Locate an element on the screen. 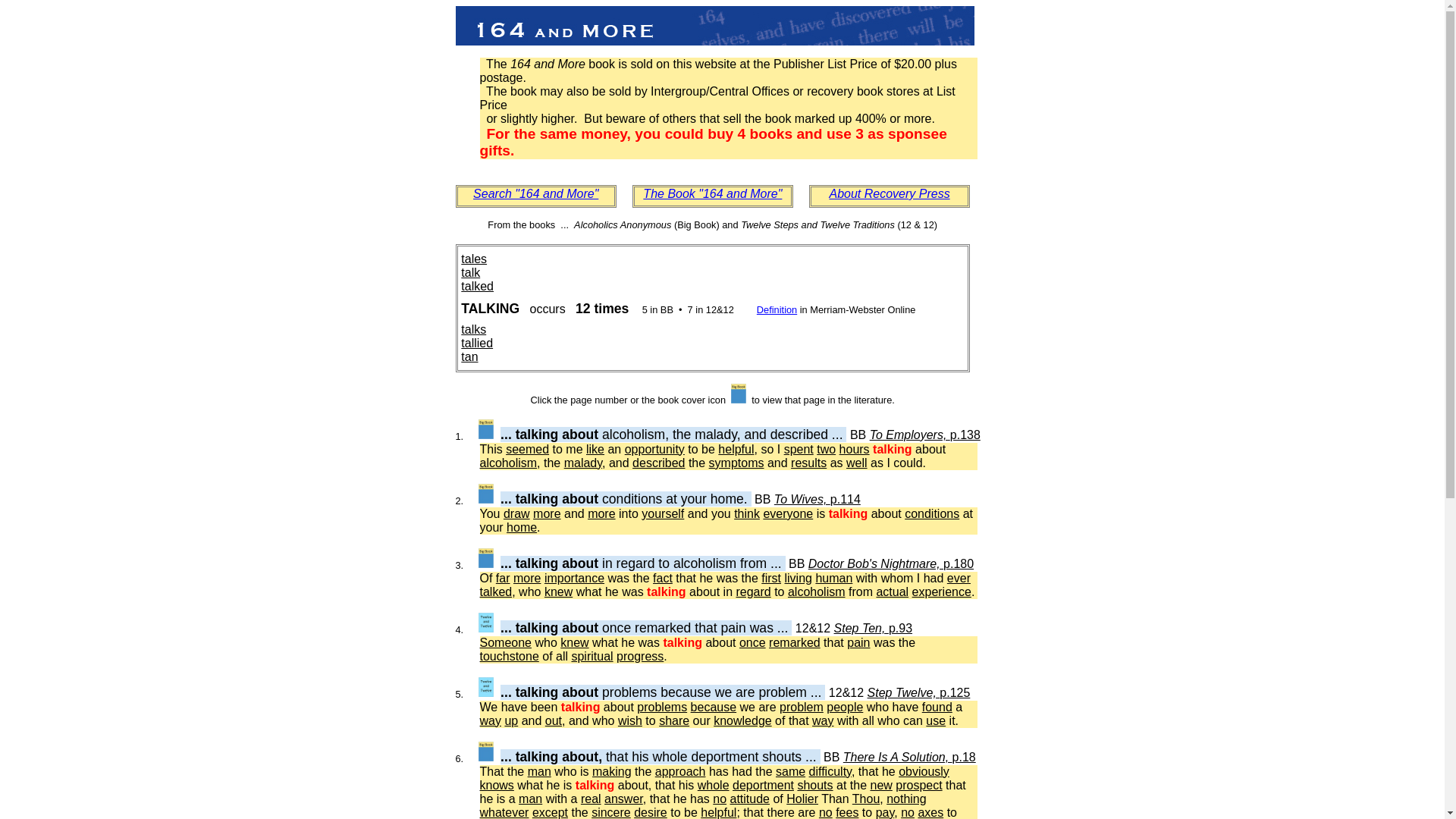 The image size is (1456, 819). 'knowledge' is located at coordinates (742, 720).